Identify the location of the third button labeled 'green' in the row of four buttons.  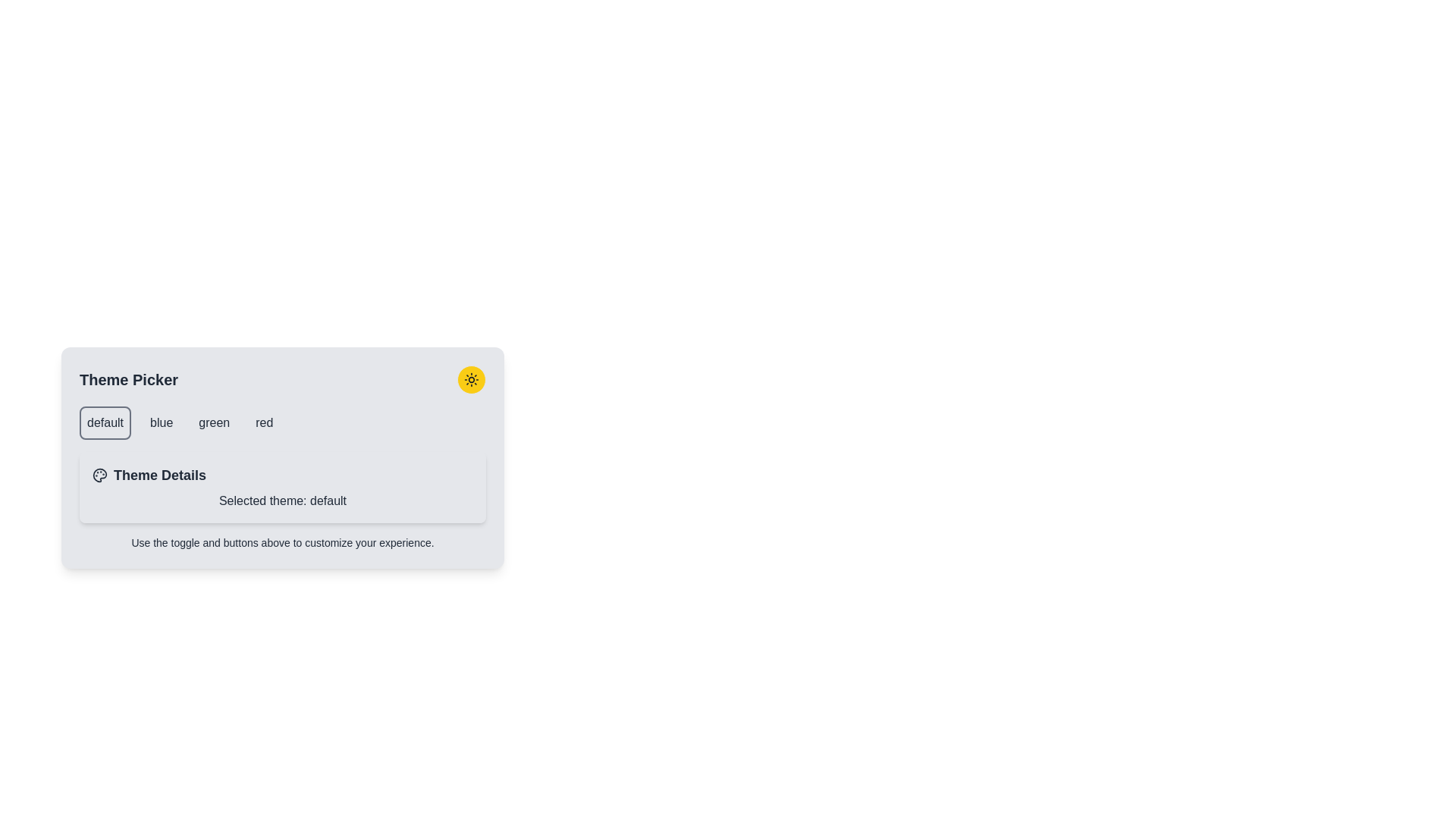
(213, 423).